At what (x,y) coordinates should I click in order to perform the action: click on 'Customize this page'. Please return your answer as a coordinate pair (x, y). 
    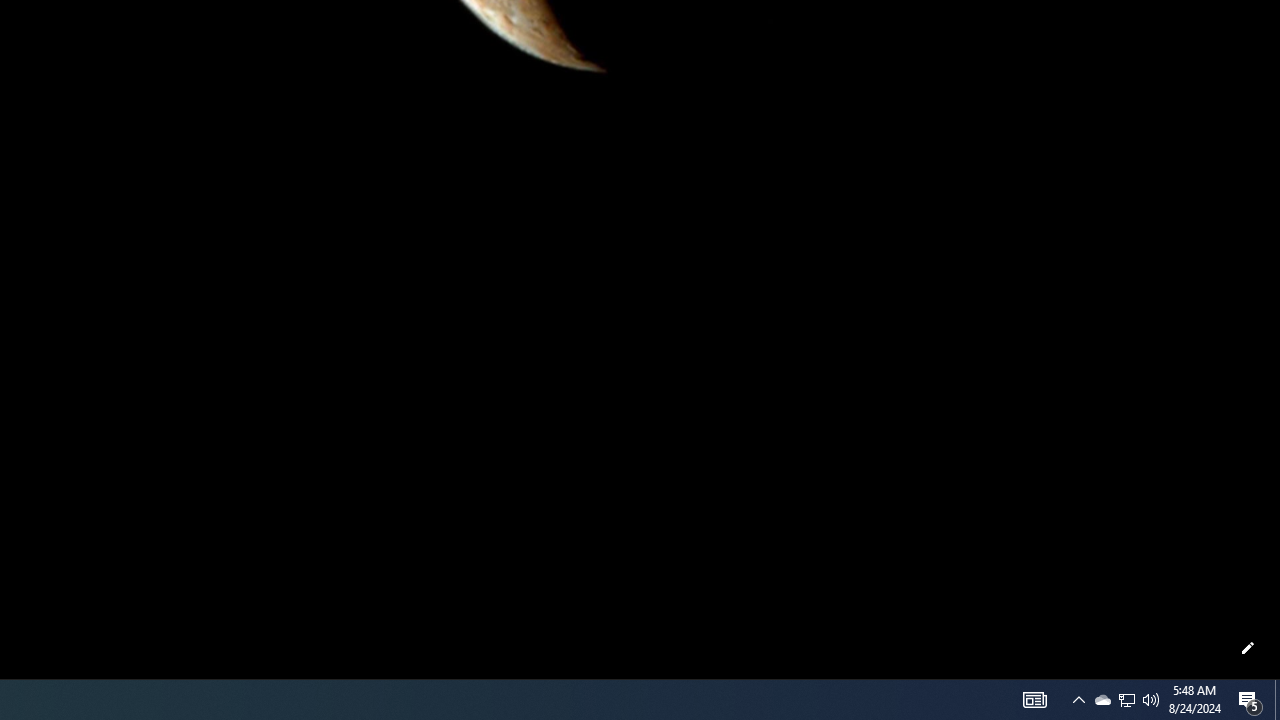
    Looking at the image, I should click on (1247, 648).